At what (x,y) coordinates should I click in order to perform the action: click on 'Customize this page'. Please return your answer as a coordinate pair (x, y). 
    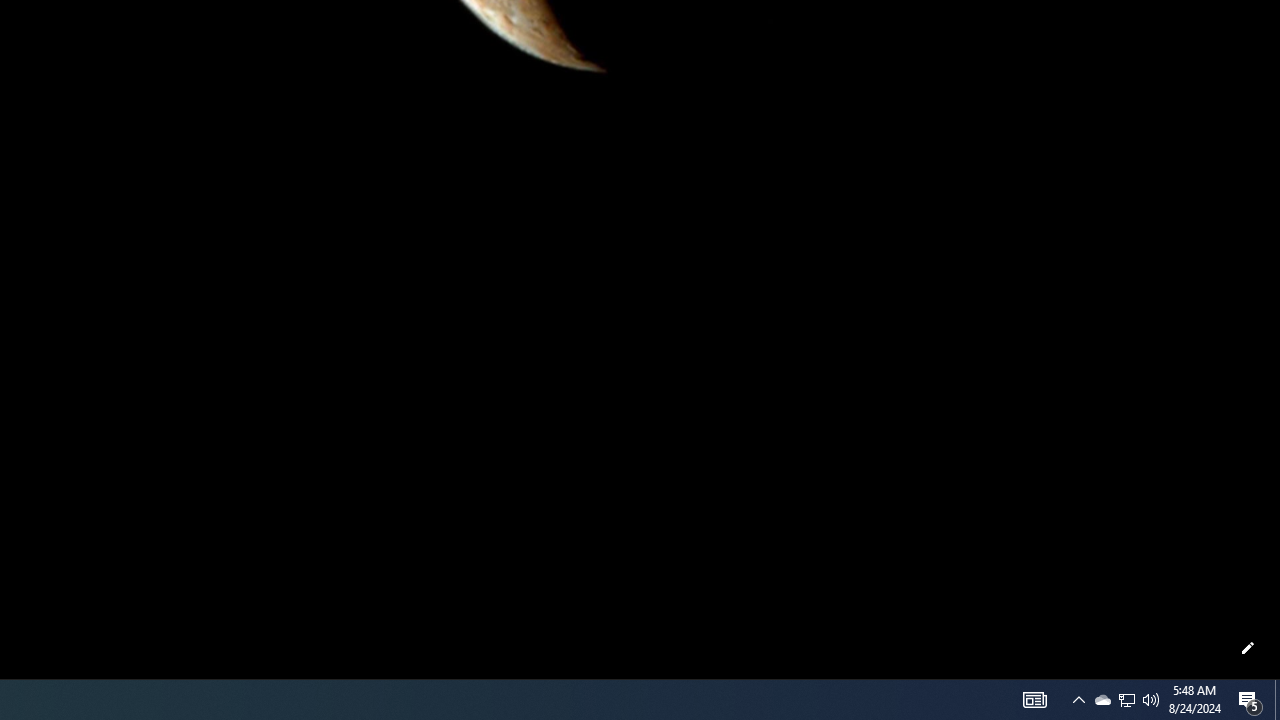
    Looking at the image, I should click on (1247, 648).